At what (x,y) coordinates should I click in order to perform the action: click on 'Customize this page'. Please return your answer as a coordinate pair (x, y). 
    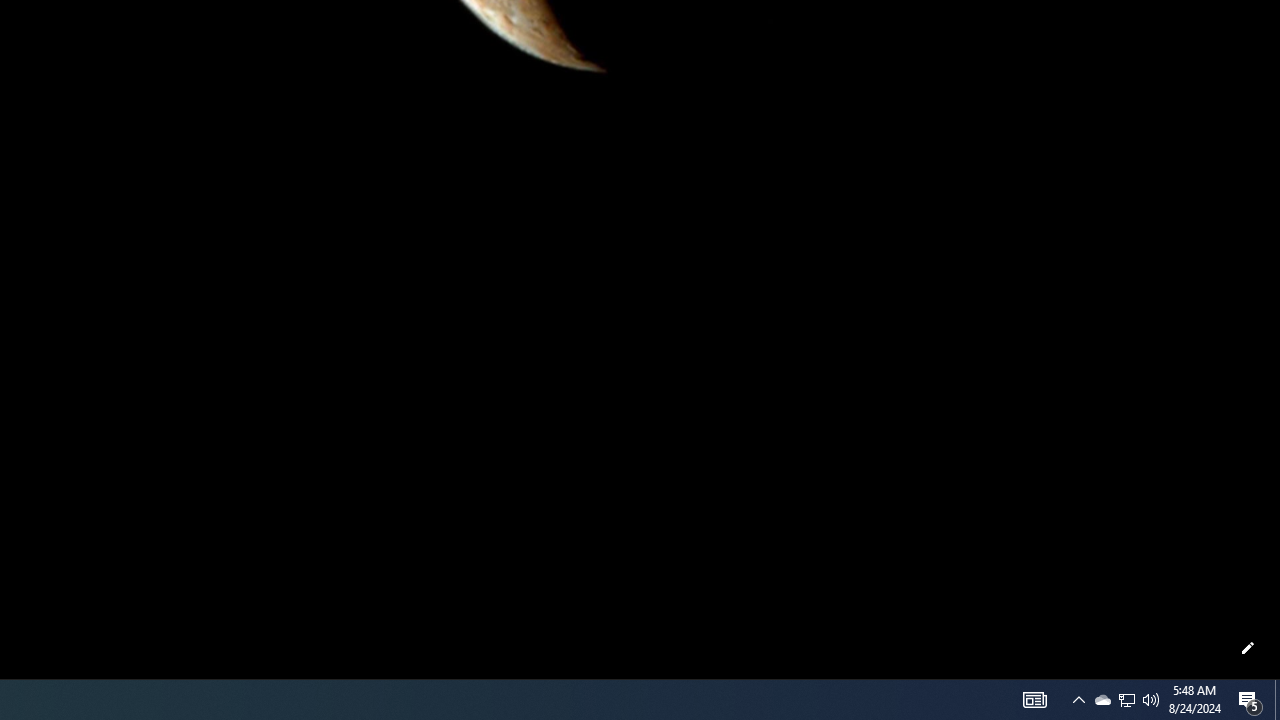
    Looking at the image, I should click on (1247, 648).